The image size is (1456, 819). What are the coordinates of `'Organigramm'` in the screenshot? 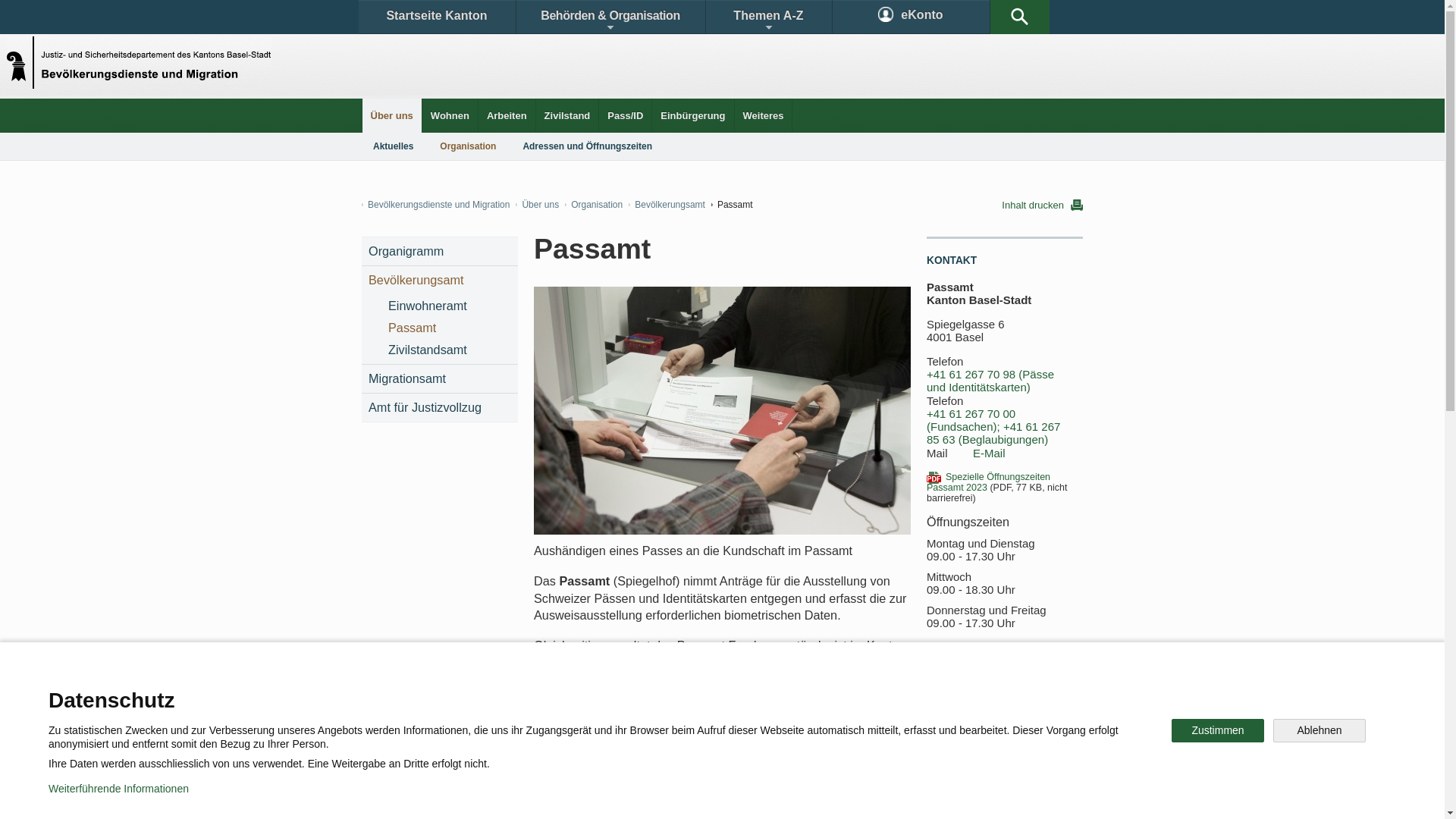 It's located at (439, 250).